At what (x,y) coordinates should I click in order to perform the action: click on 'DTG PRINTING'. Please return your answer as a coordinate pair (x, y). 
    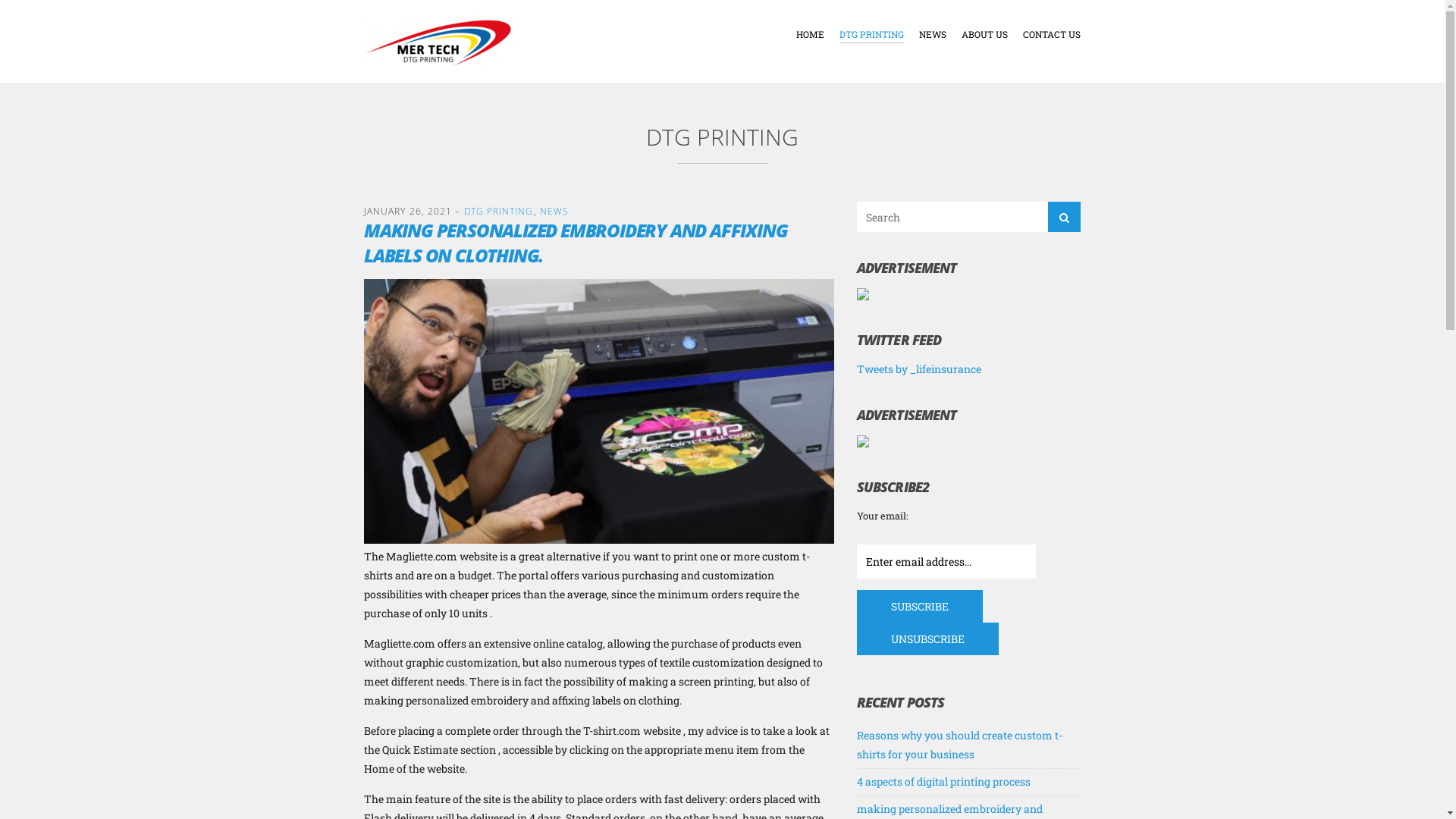
    Looking at the image, I should click on (463, 211).